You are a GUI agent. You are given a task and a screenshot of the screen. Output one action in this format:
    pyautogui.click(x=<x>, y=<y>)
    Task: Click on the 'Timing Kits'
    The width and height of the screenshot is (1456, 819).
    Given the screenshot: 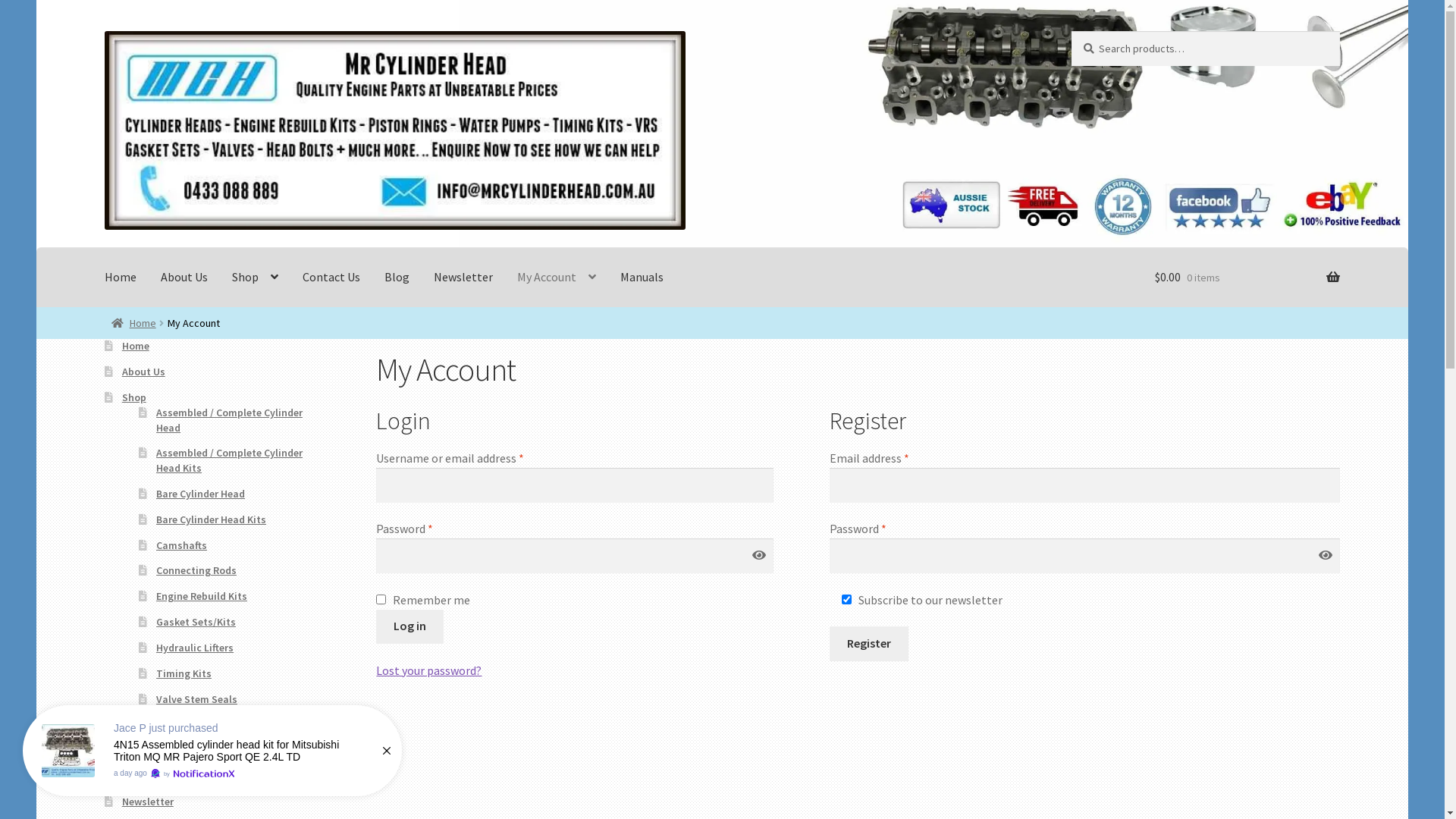 What is the action you would take?
    pyautogui.click(x=156, y=672)
    